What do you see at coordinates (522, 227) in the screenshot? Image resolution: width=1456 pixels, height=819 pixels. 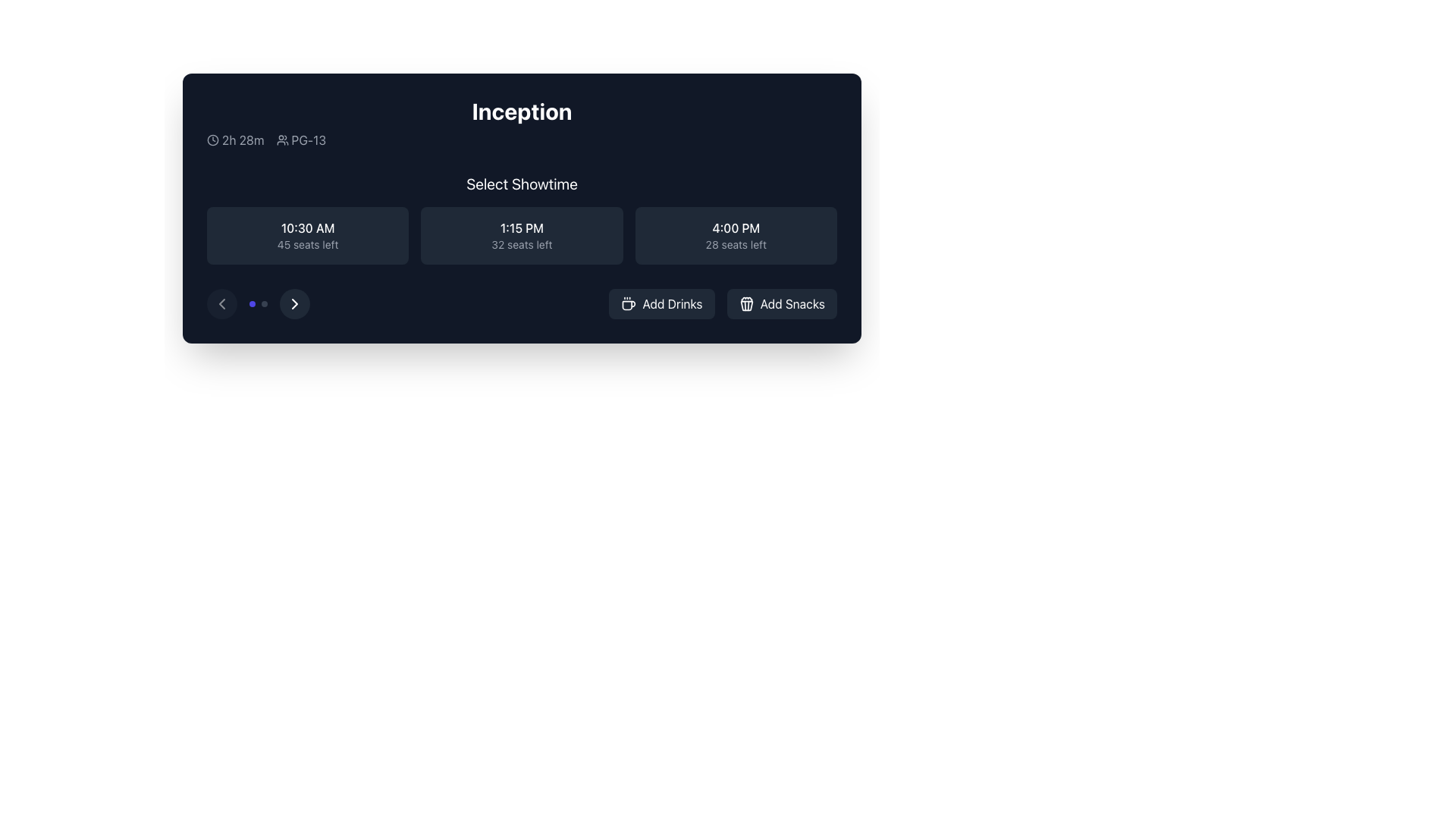 I see `time displayed as '1:15 PM' in the middle showtime panel, which is located above the text '32 seats left'` at bounding box center [522, 227].